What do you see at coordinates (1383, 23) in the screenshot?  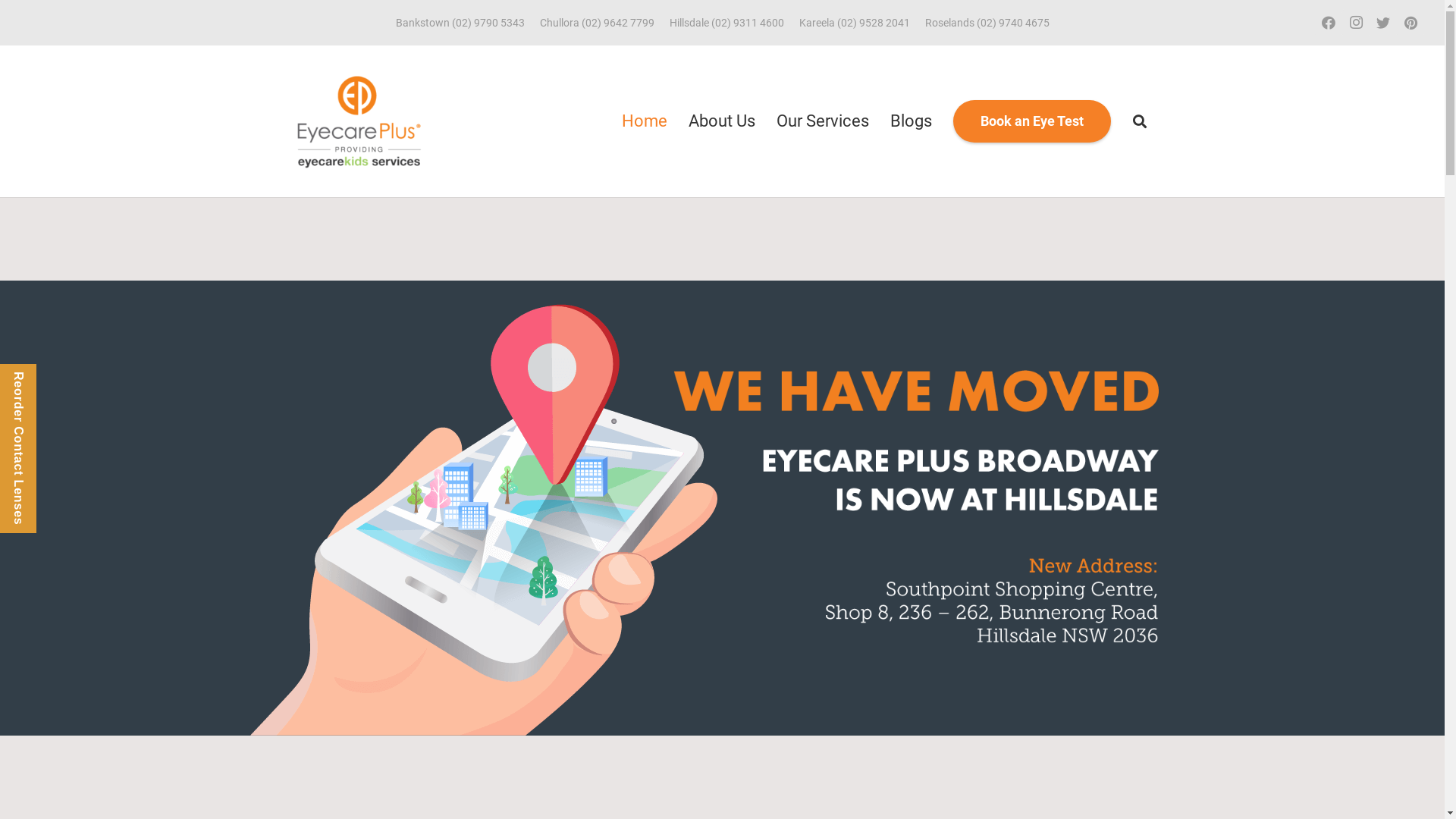 I see `'Twitter'` at bounding box center [1383, 23].